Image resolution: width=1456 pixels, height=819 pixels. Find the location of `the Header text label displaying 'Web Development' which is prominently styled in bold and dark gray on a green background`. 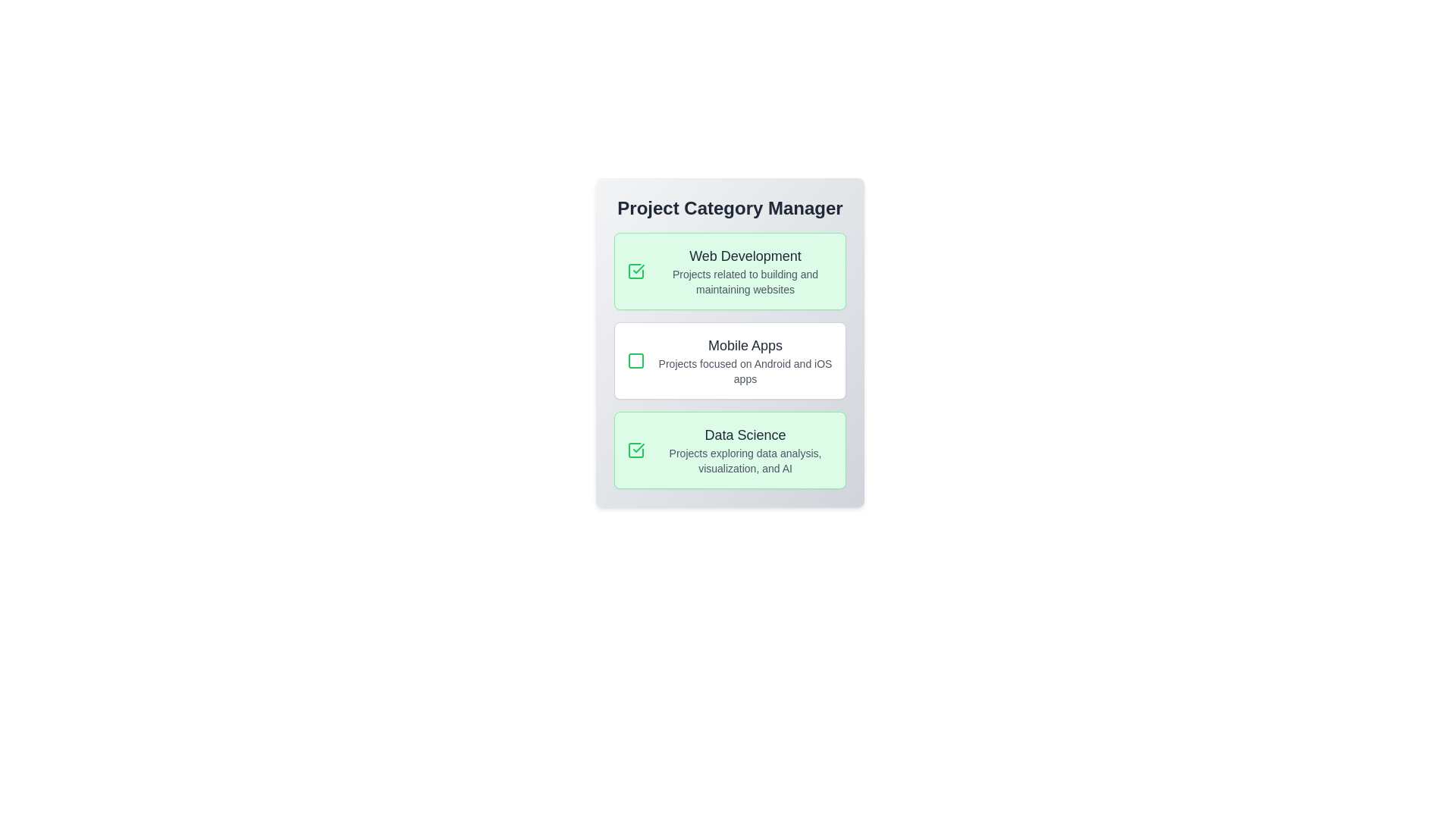

the Header text label displaying 'Web Development' which is prominently styled in bold and dark gray on a green background is located at coordinates (745, 256).